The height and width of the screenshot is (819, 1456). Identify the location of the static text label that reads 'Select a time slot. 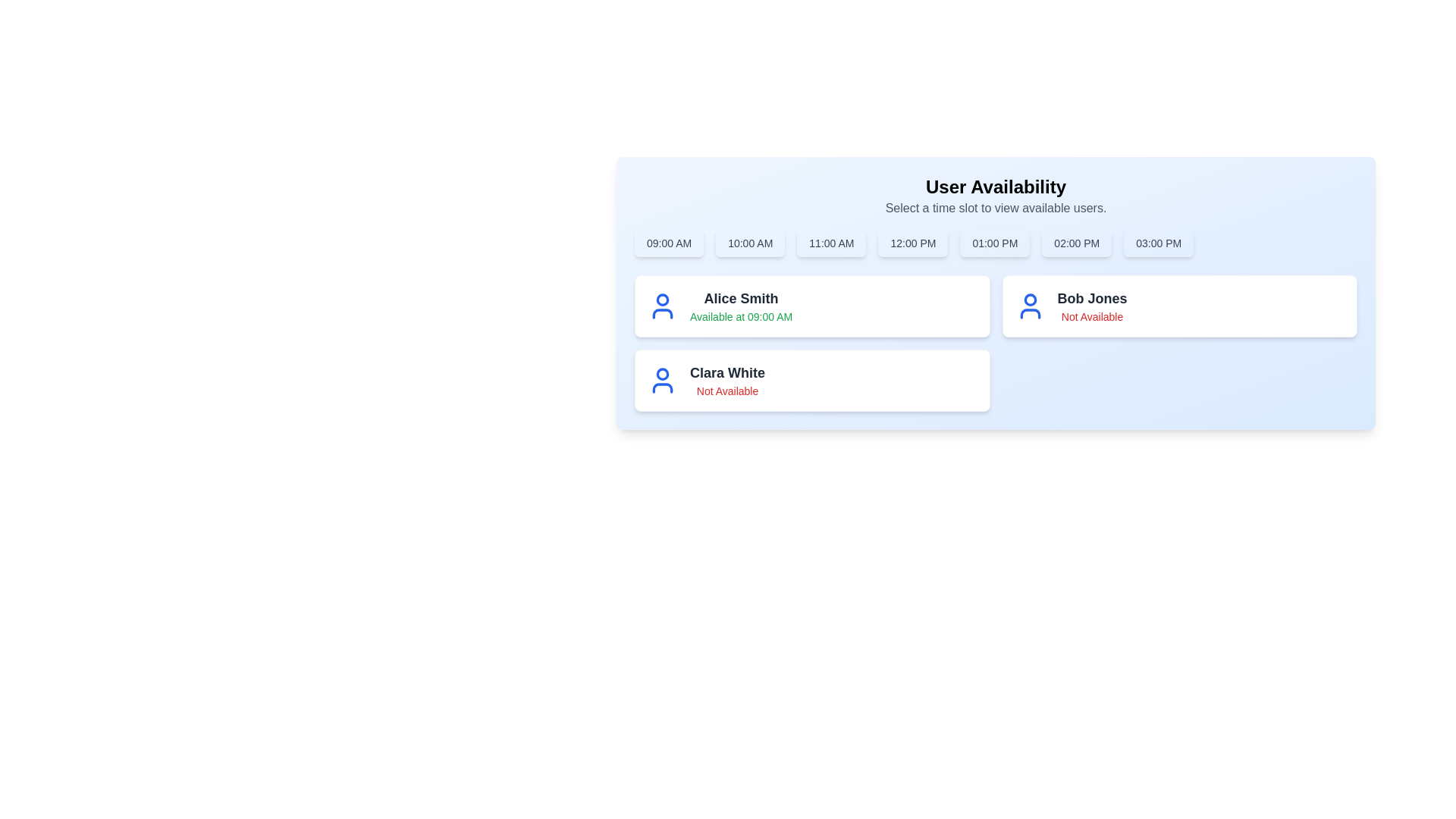
(996, 208).